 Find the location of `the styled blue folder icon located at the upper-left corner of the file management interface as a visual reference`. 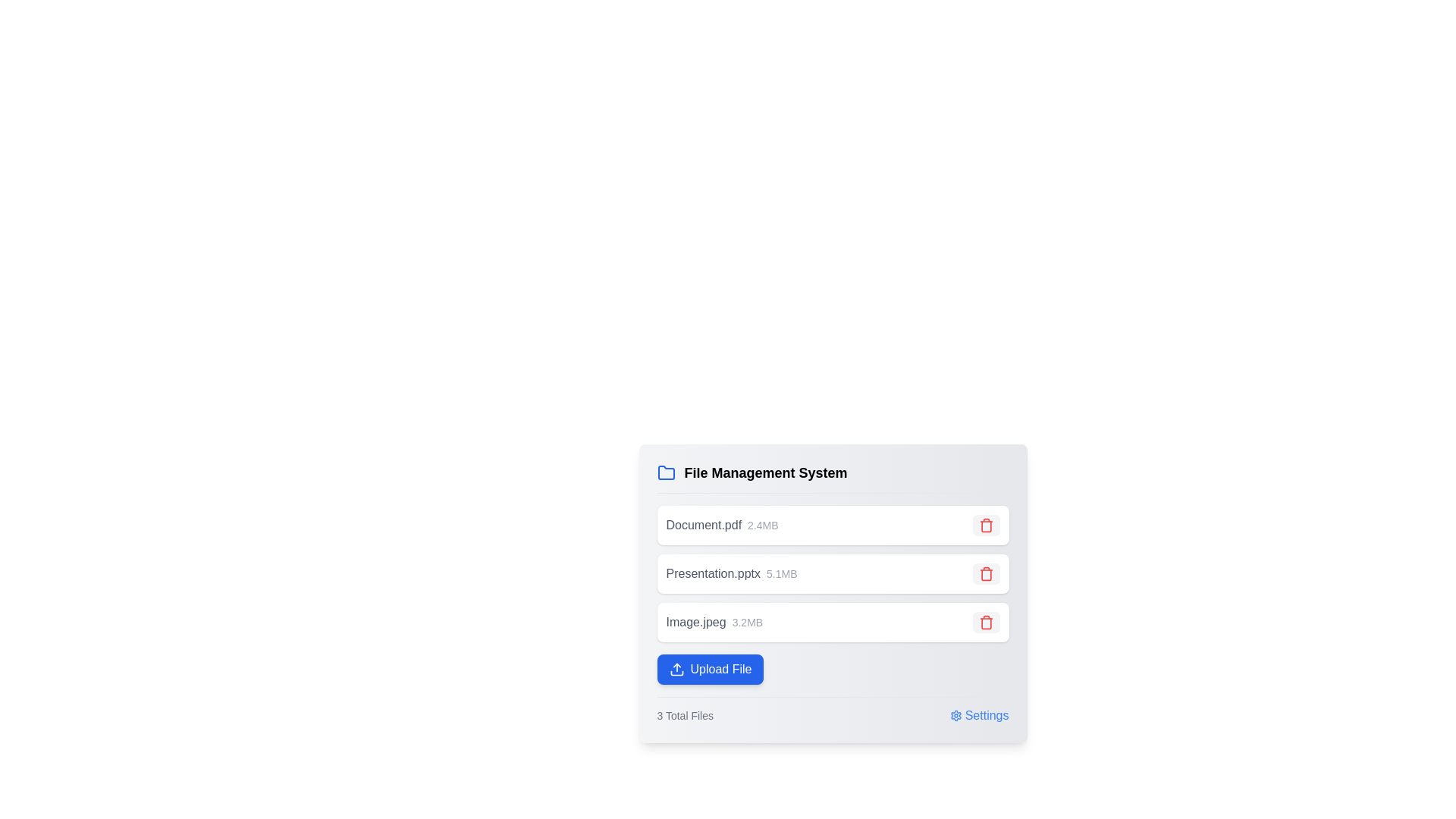

the styled blue folder icon located at the upper-left corner of the file management interface as a visual reference is located at coordinates (666, 472).